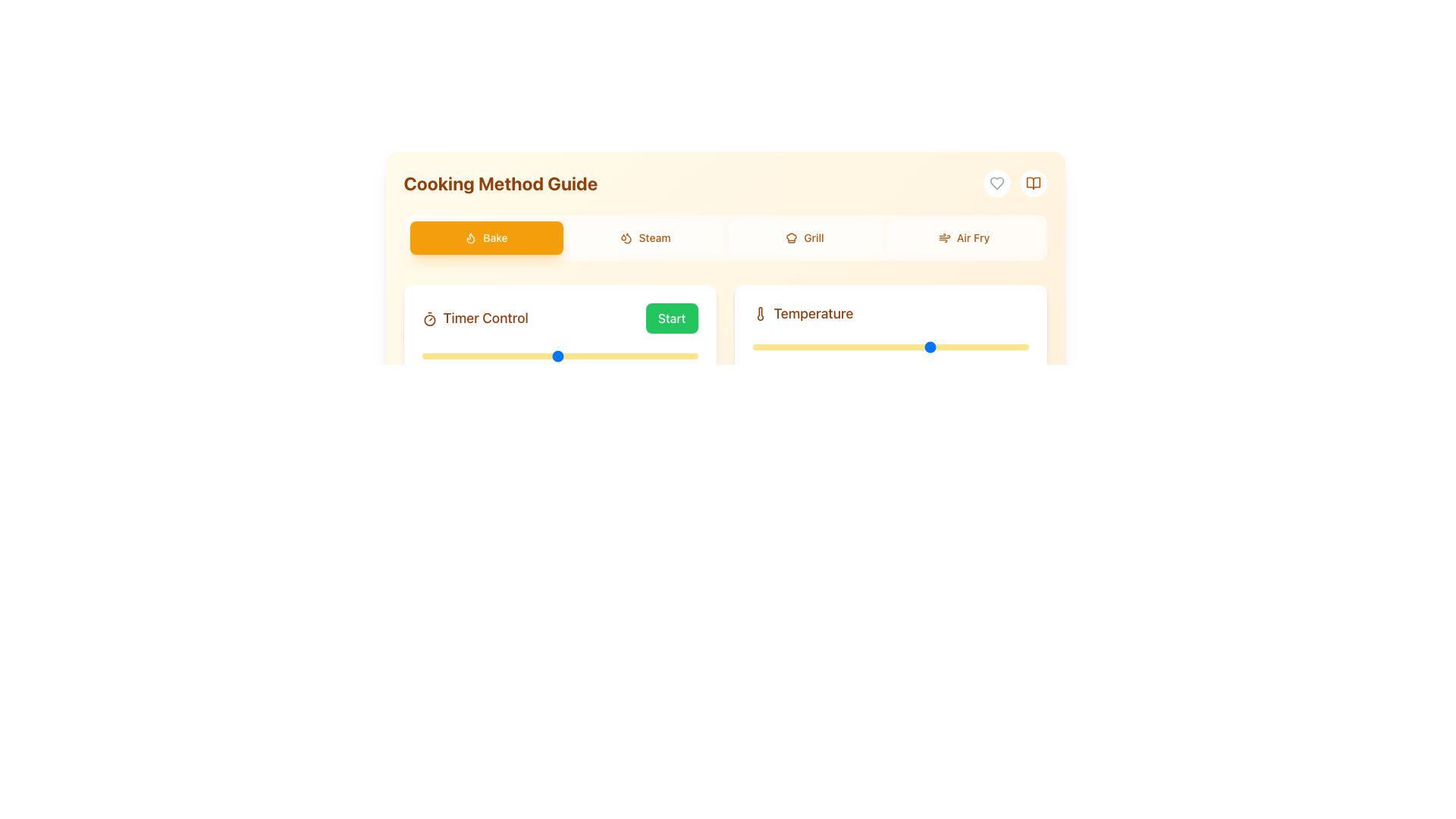  Describe the element at coordinates (996, 183) in the screenshot. I see `the heart-shaped icon located in the top-right area of the interface` at that location.